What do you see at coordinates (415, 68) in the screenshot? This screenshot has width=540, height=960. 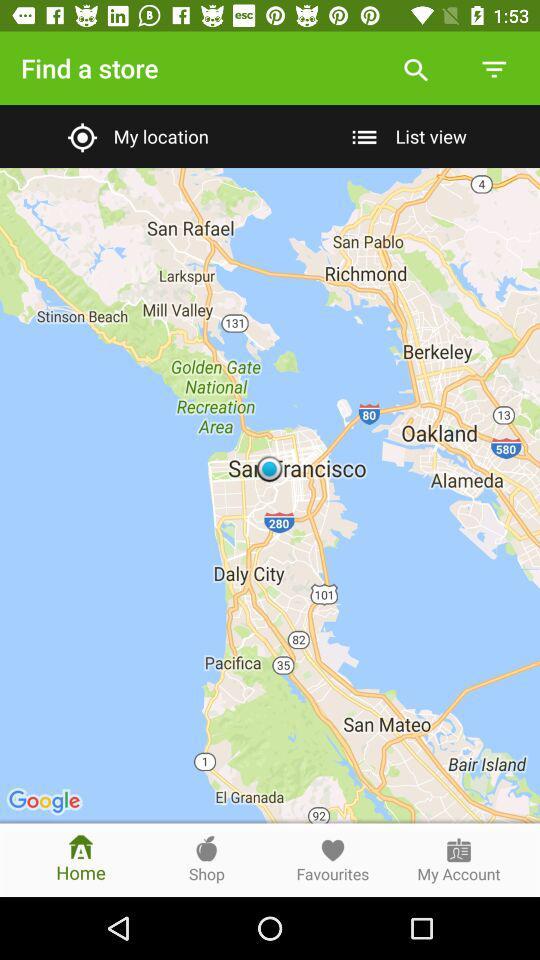 I see `the item above list view` at bounding box center [415, 68].